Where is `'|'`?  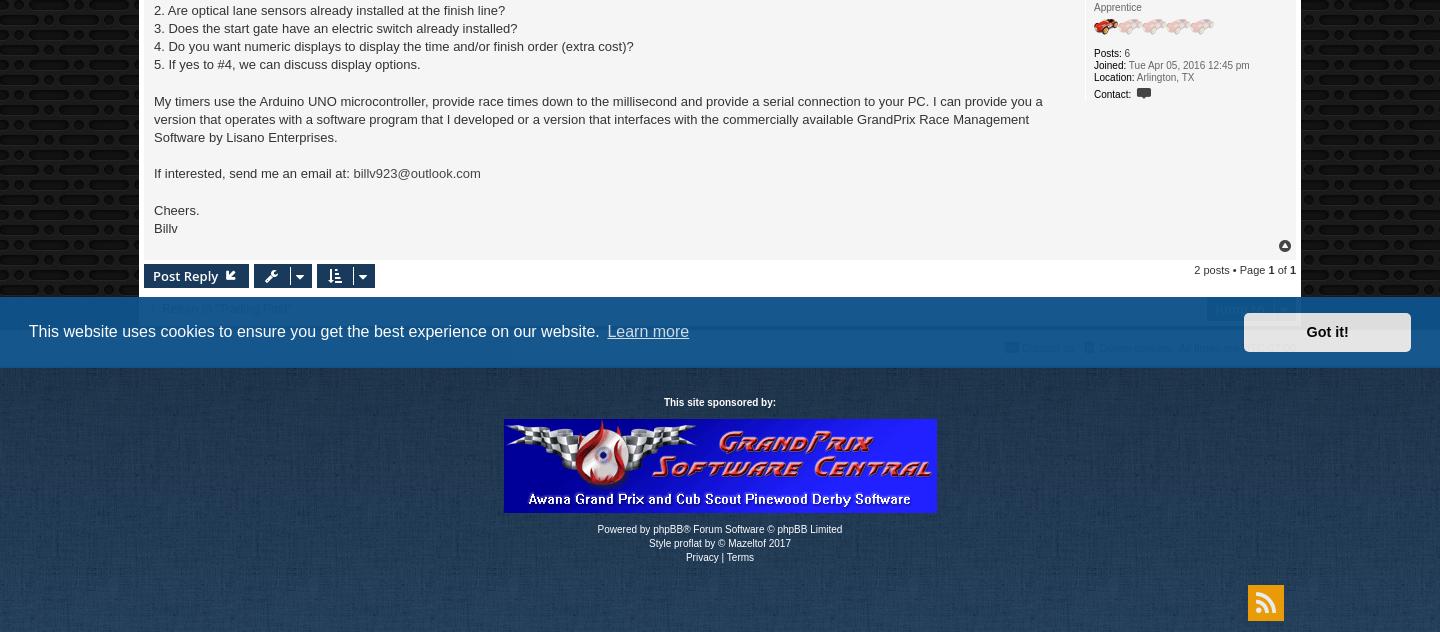 '|' is located at coordinates (717, 555).